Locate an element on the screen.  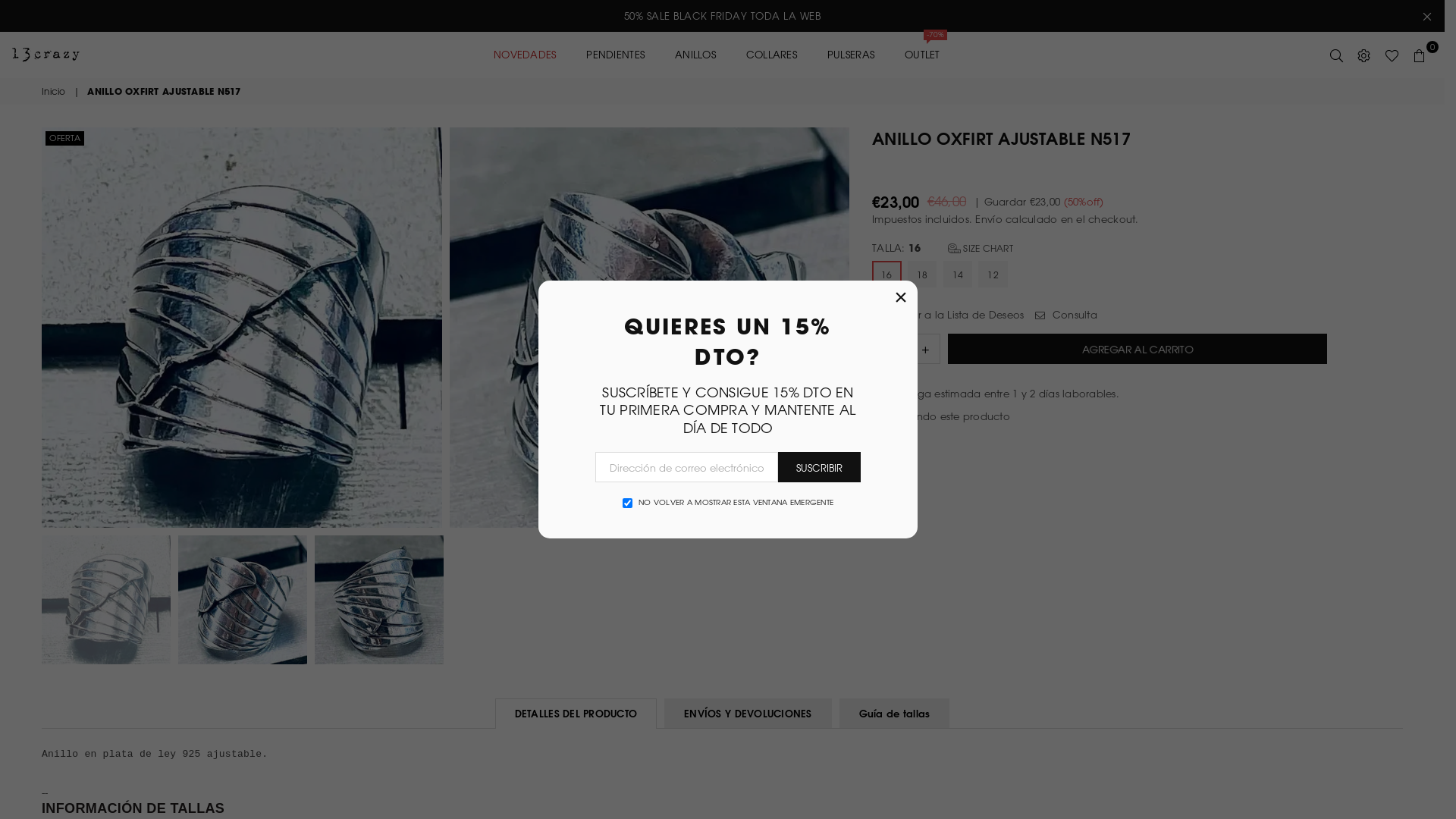
'Consulta' is located at coordinates (1065, 314).